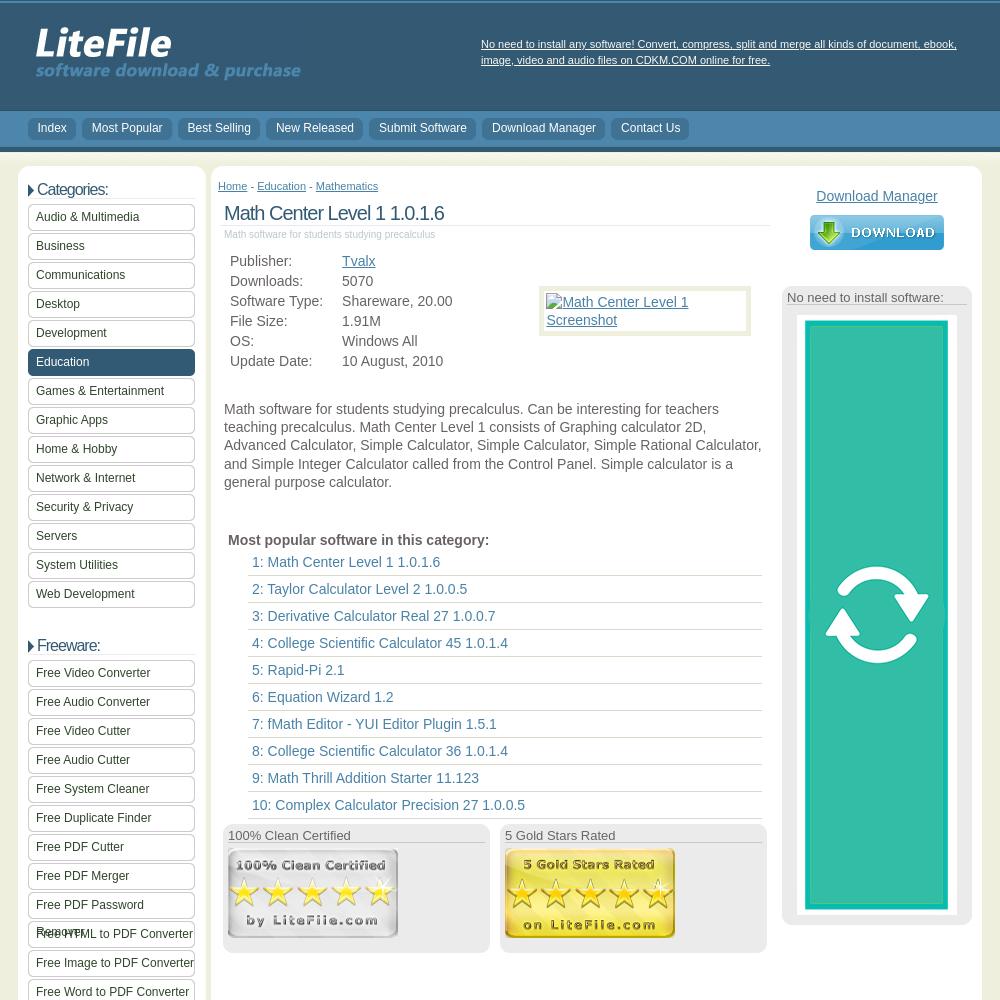 This screenshot has width=1000, height=1000. I want to click on '3: Derivative Calculator Real 27 1.0.0.7', so click(372, 614).